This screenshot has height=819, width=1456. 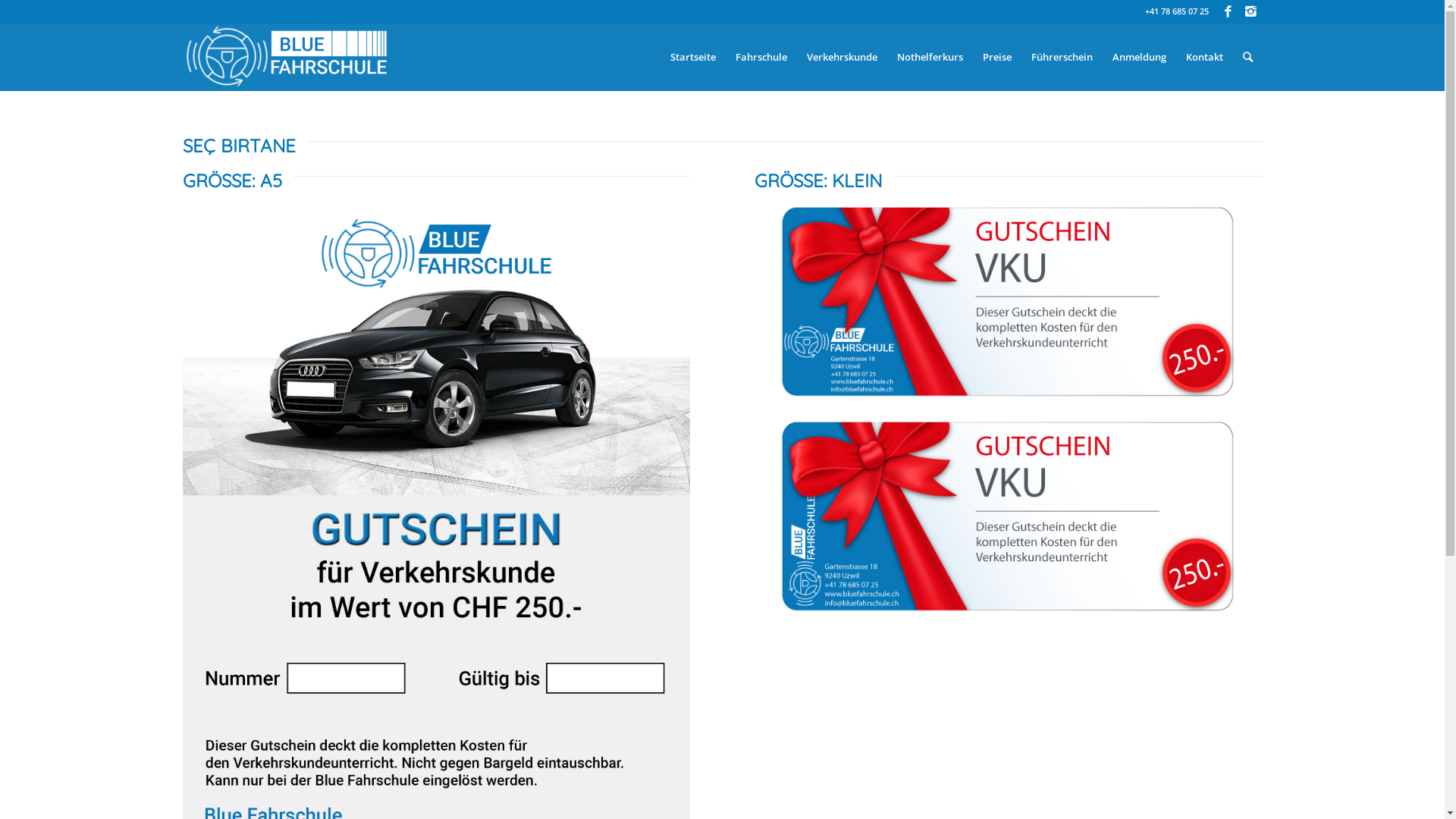 I want to click on 'Fahrschule', so click(x=723, y=55).